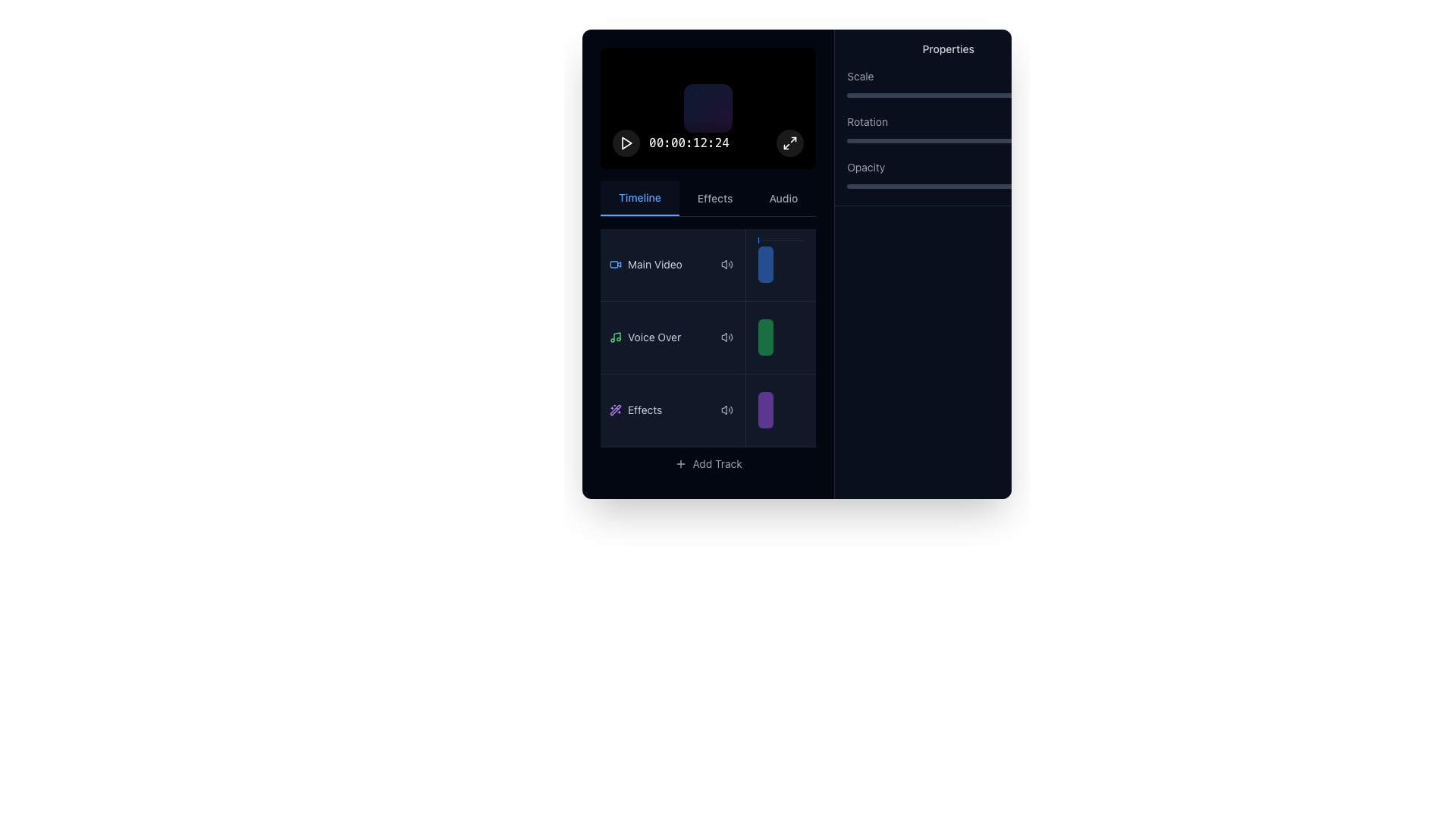  What do you see at coordinates (726, 336) in the screenshot?
I see `the button located to the right of the 'Voice Over' text` at bounding box center [726, 336].